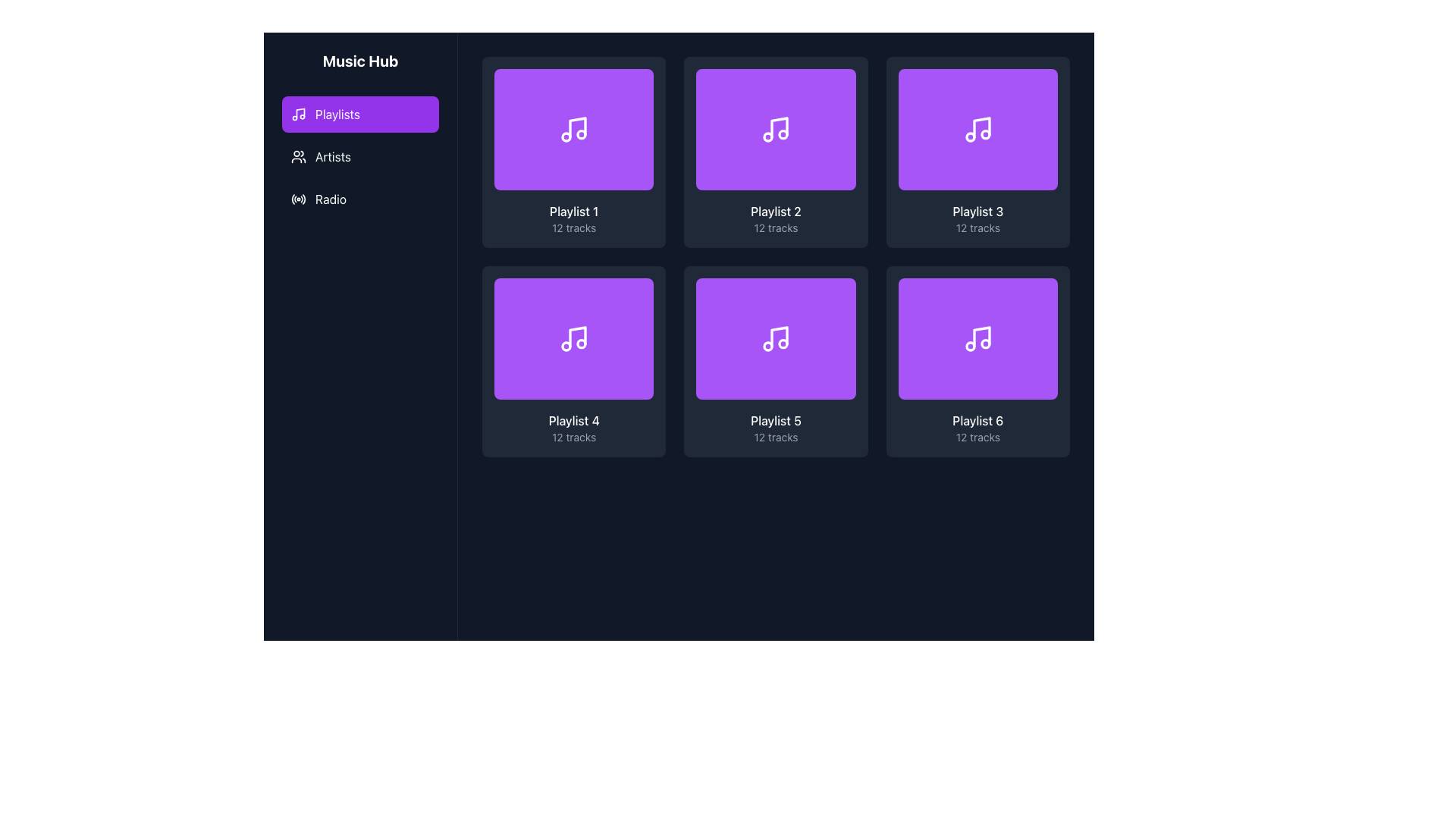 This screenshot has width=1456, height=819. Describe the element at coordinates (776, 128) in the screenshot. I see `the button representing 'Playlist 2'` at that location.